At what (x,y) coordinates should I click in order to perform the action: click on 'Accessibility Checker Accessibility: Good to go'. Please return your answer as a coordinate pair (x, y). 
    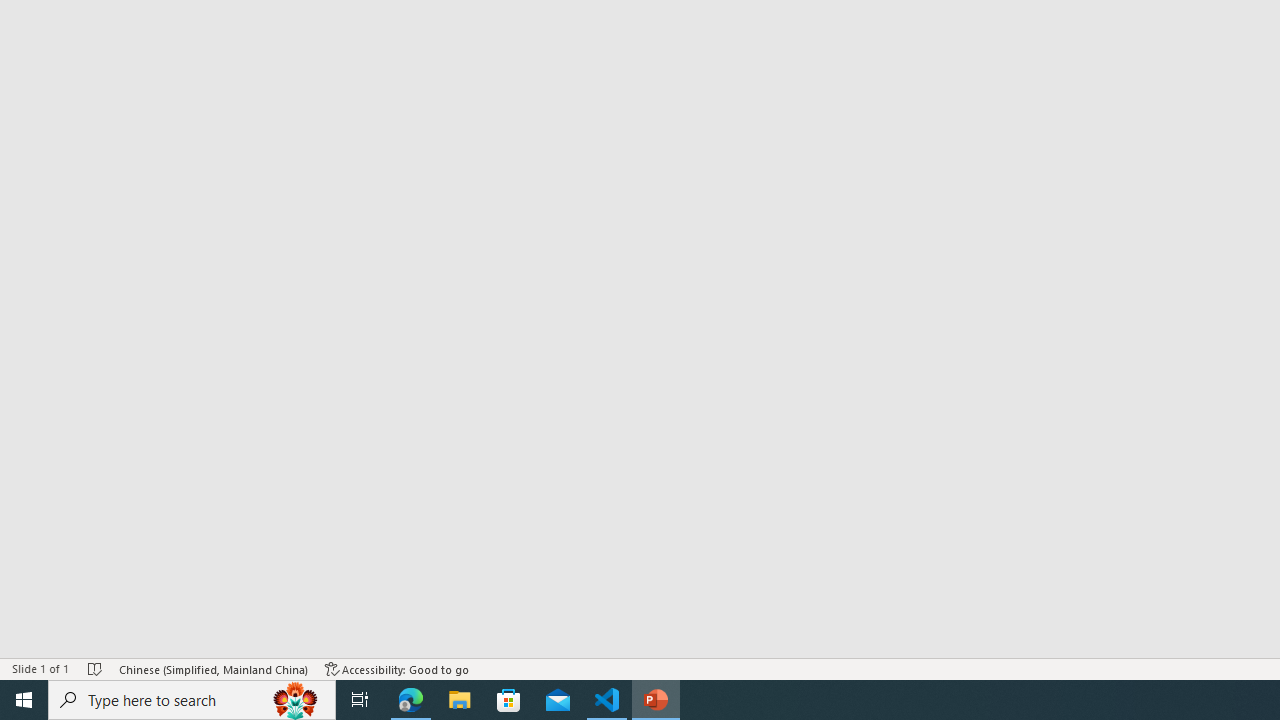
    Looking at the image, I should click on (397, 669).